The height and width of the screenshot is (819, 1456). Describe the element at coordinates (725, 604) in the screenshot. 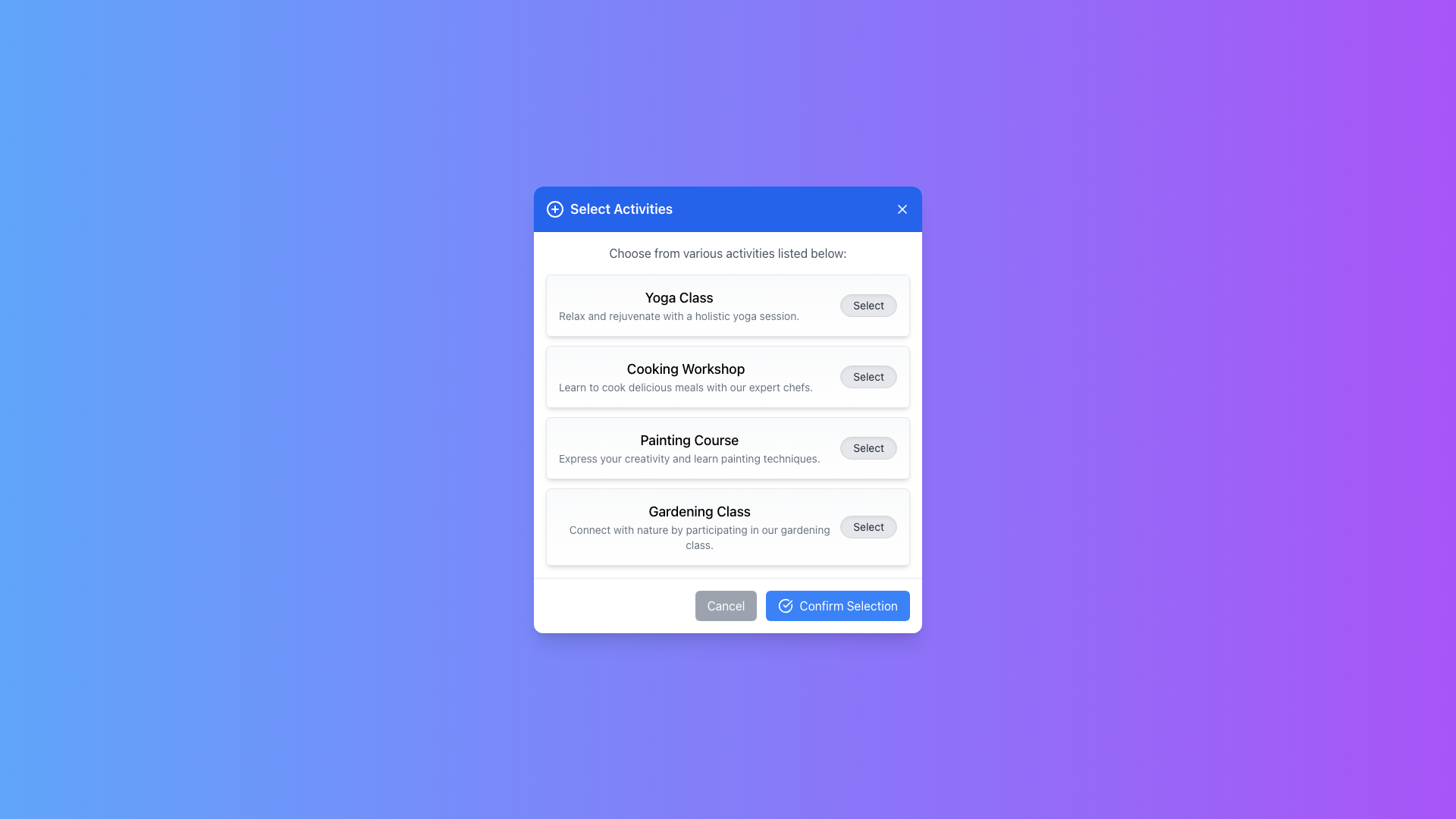

I see `the cancel button located to the left of the 'Confirm Selection' button in the bottom centered modal dialog` at that location.